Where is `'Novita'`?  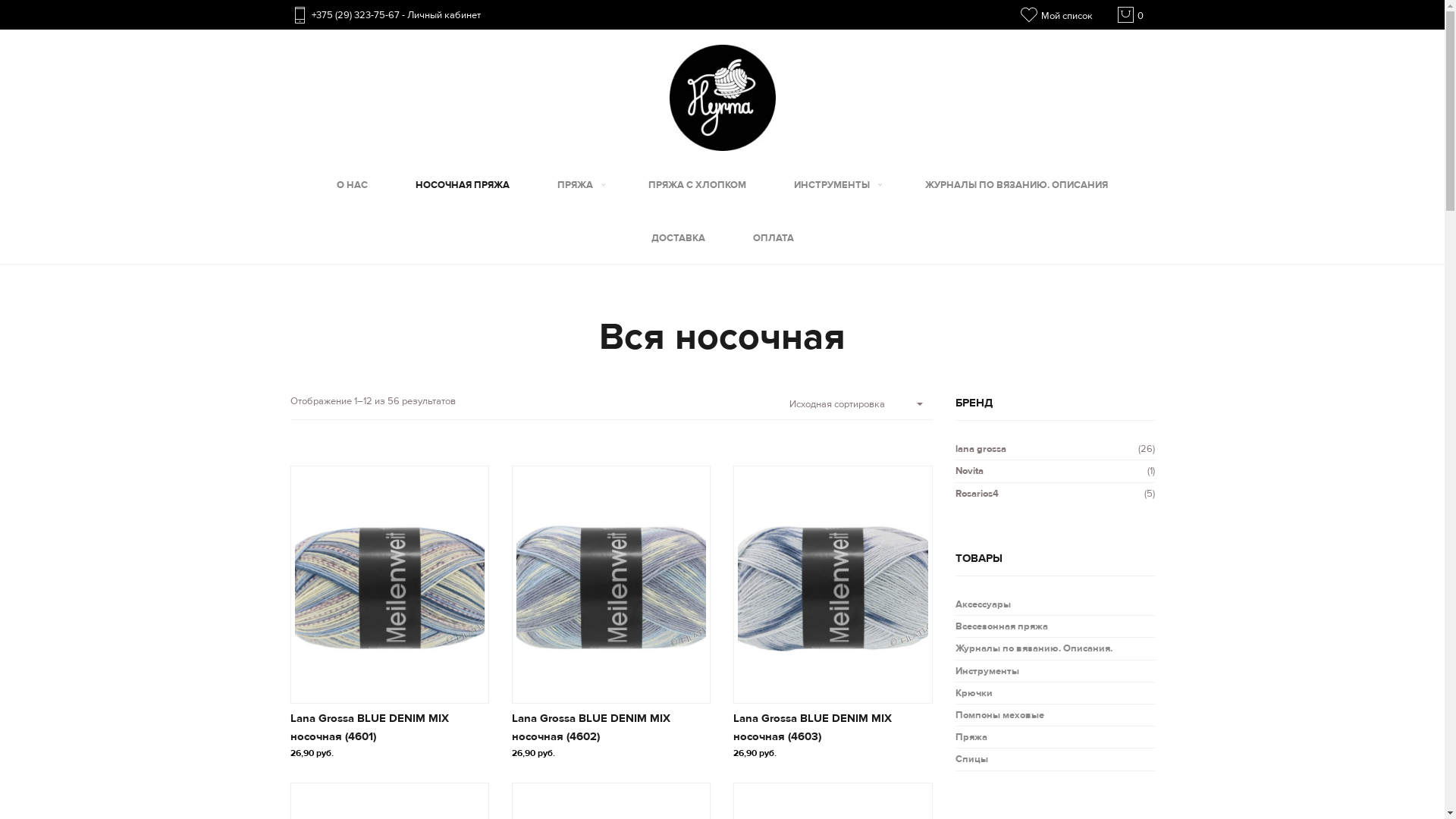 'Novita' is located at coordinates (968, 470).